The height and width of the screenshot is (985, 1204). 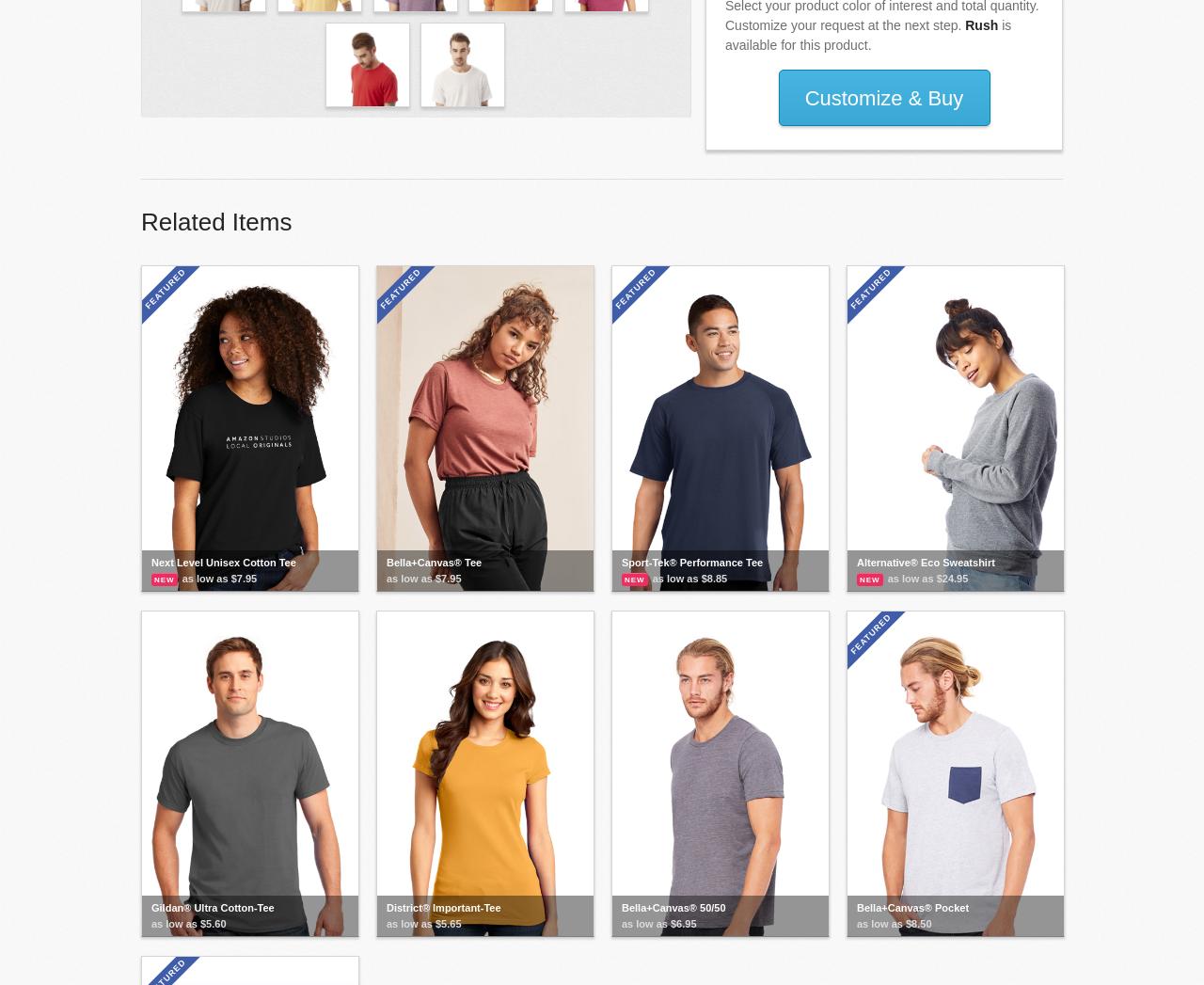 I want to click on 'Bella+Canvas® 50/50', so click(x=673, y=907).